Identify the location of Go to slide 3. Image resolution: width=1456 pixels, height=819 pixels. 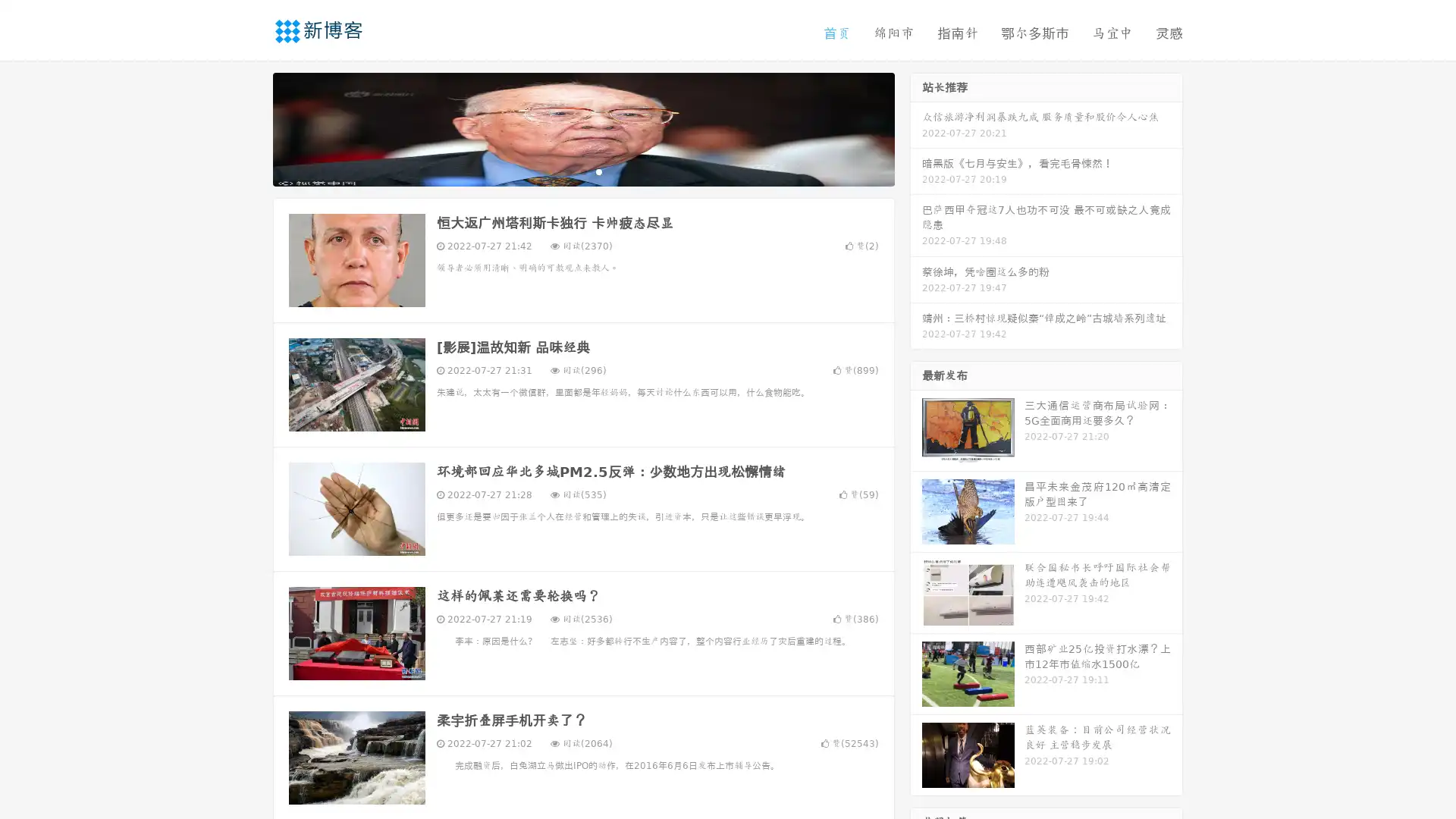
(598, 171).